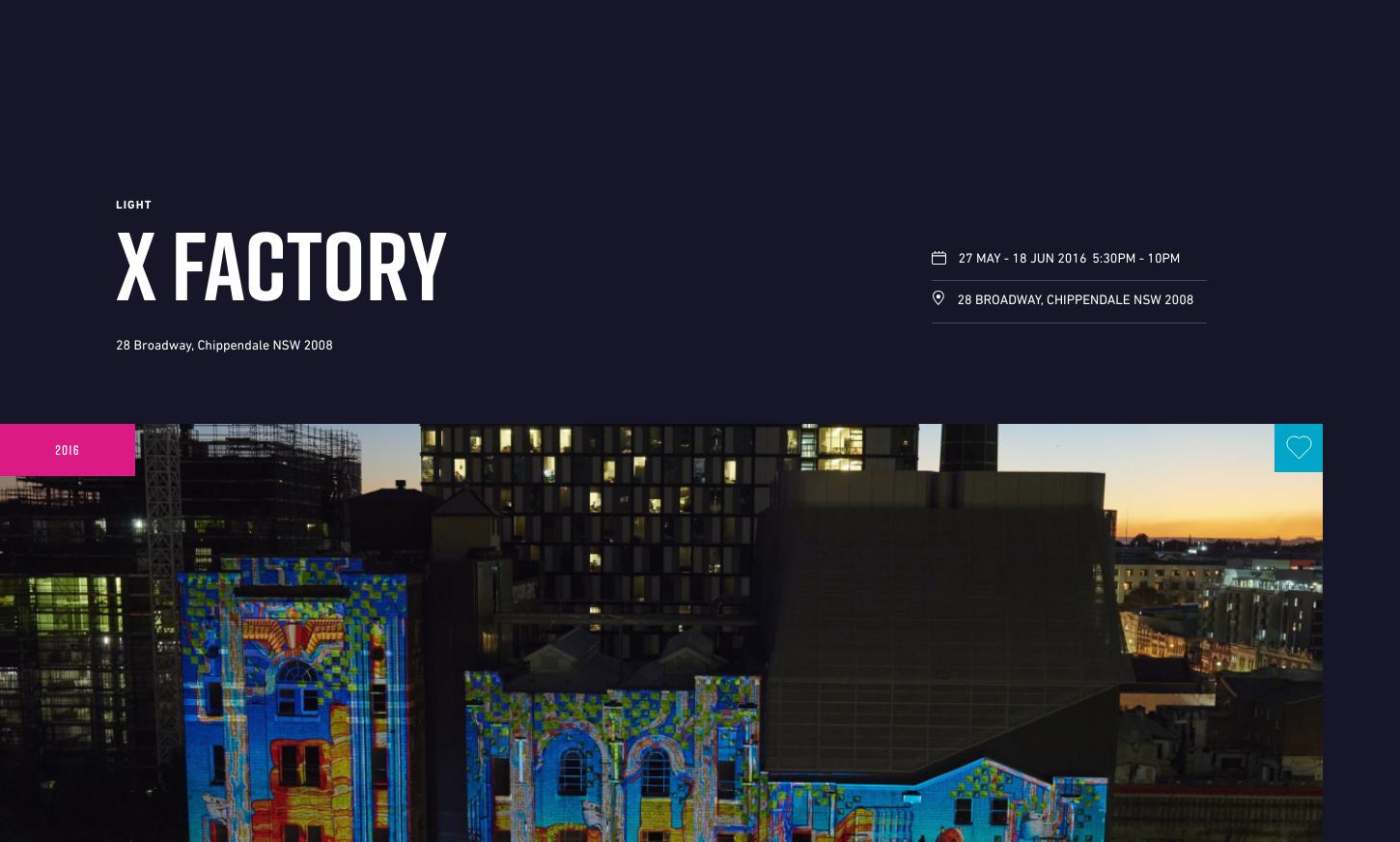  Describe the element at coordinates (116, 246) in the screenshot. I see `'Where:'` at that location.